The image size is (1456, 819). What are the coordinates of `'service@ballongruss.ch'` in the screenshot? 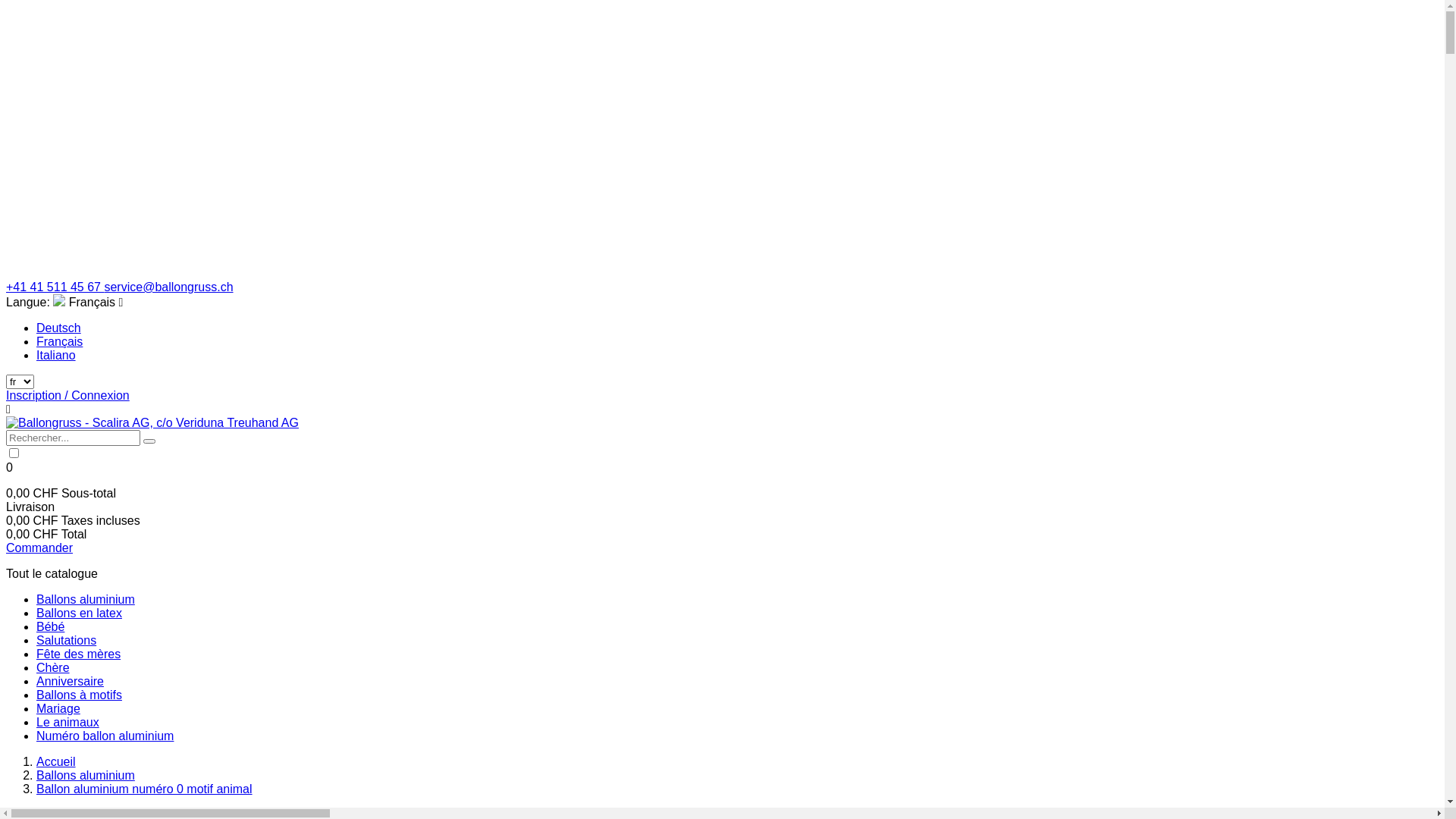 It's located at (168, 287).